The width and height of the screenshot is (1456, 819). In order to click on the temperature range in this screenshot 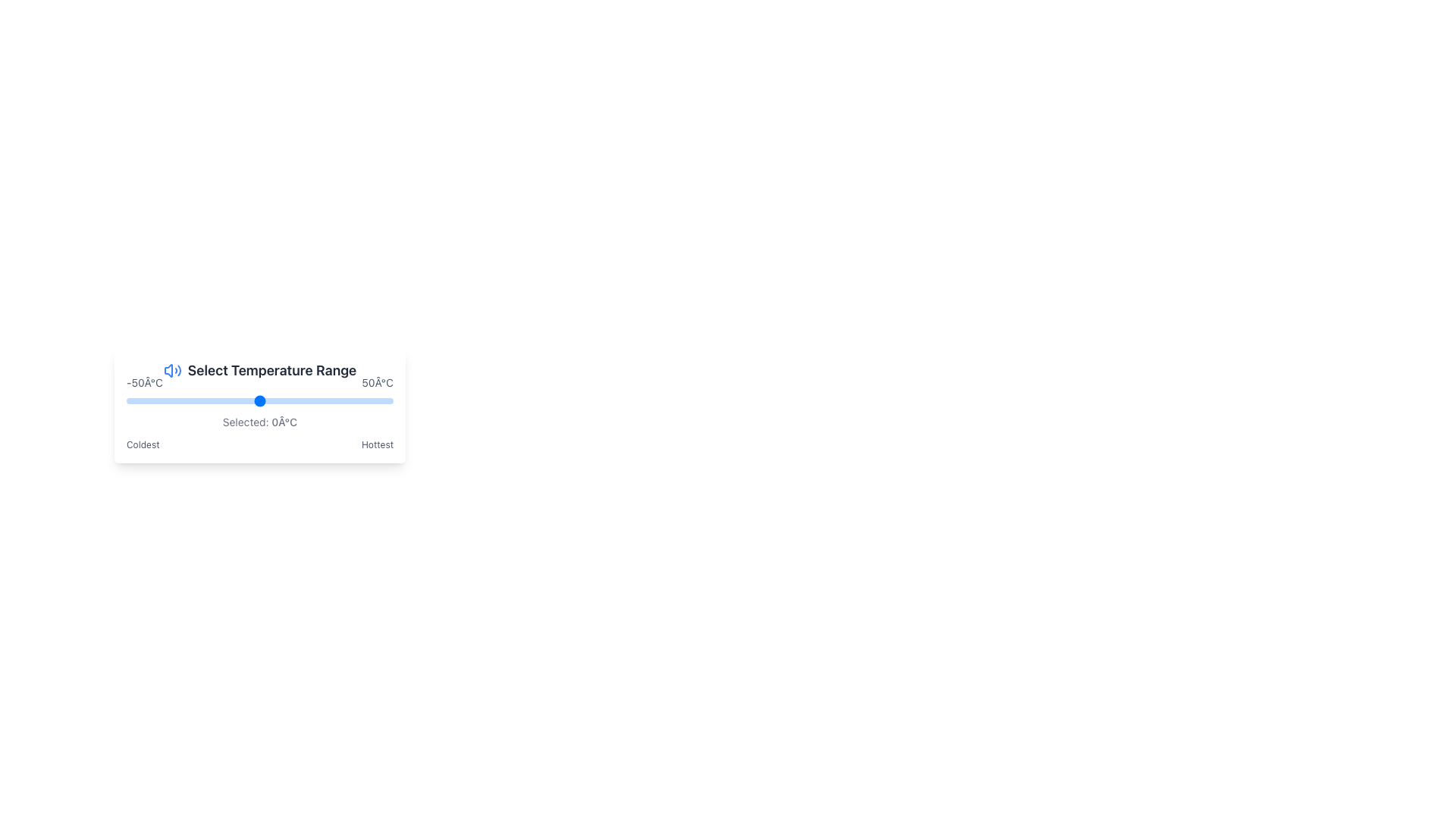, I will do `click(294, 400)`.